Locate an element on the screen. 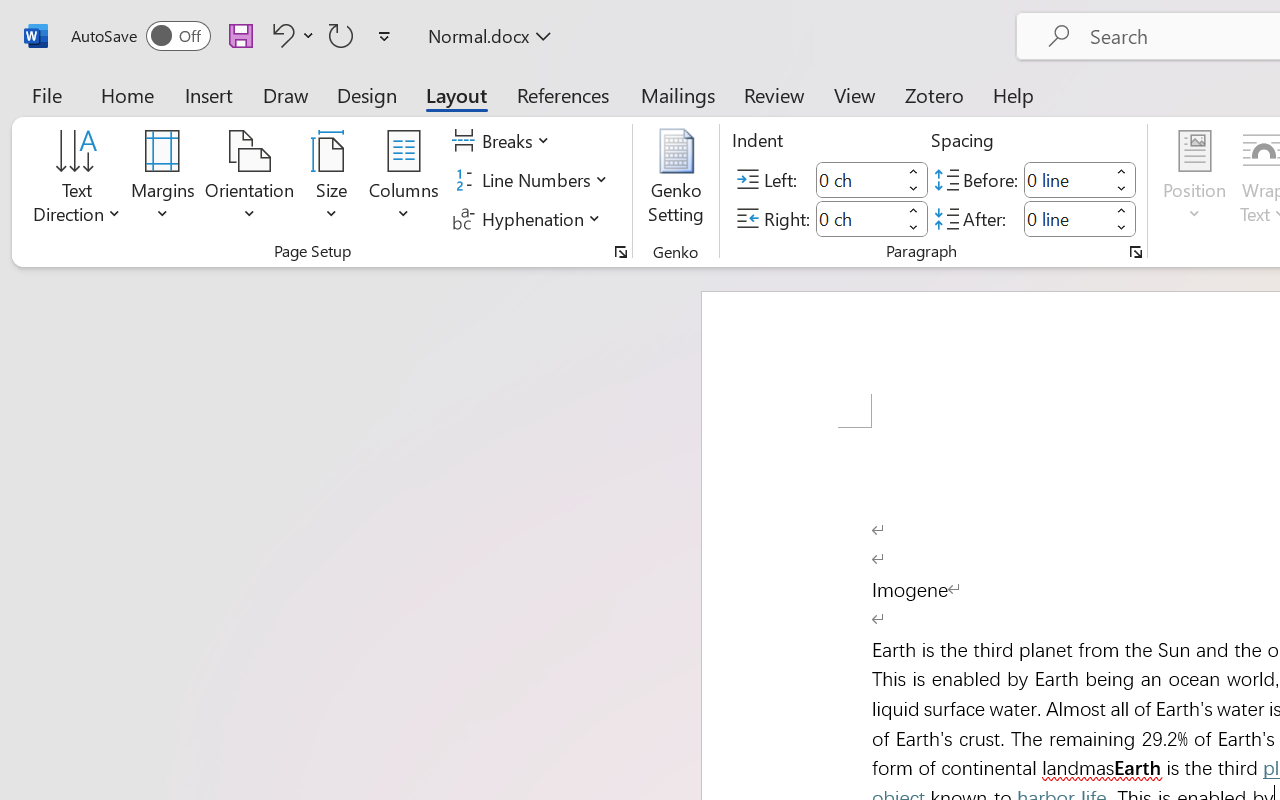  'Undo Paste Destination Formatting' is located at coordinates (289, 34).